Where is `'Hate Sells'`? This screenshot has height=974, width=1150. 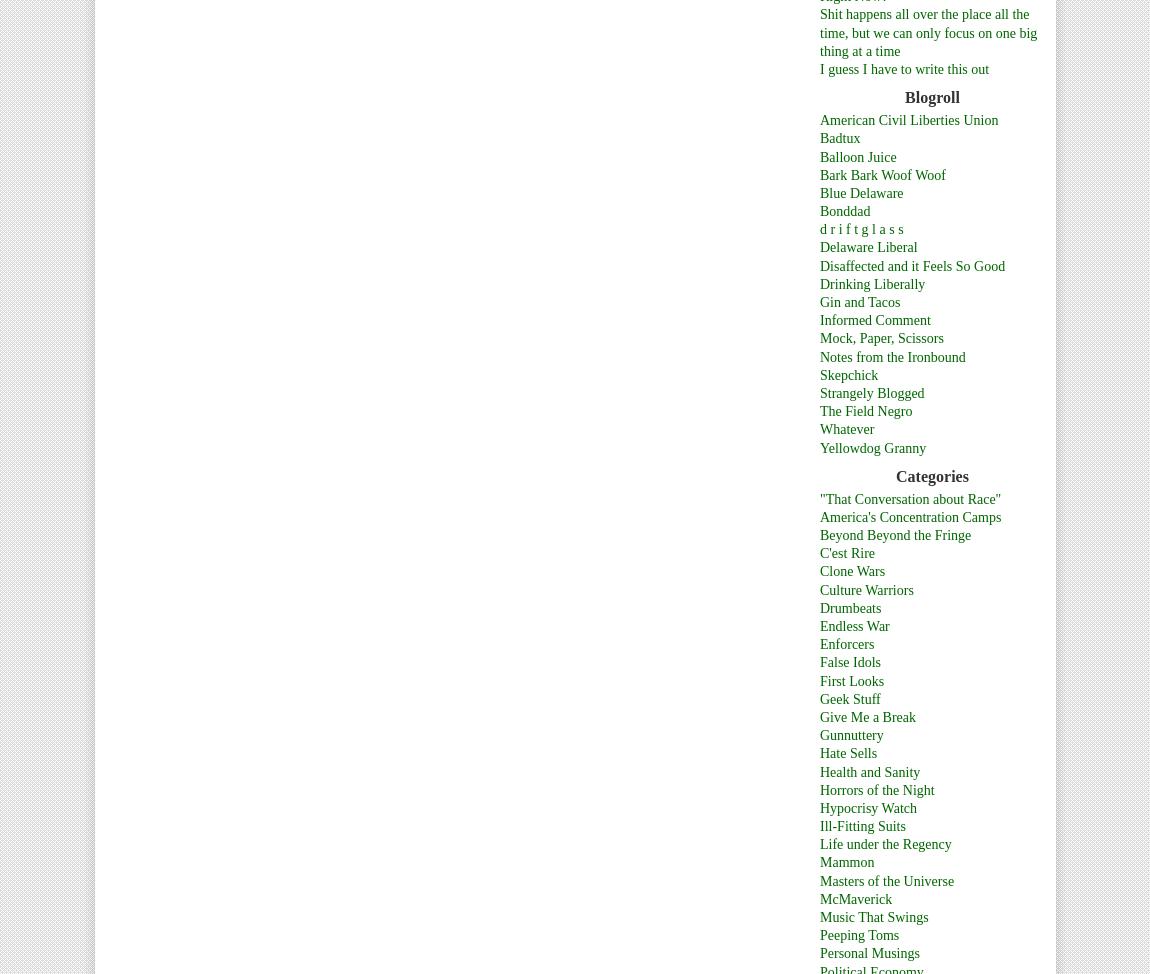 'Hate Sells' is located at coordinates (847, 752).